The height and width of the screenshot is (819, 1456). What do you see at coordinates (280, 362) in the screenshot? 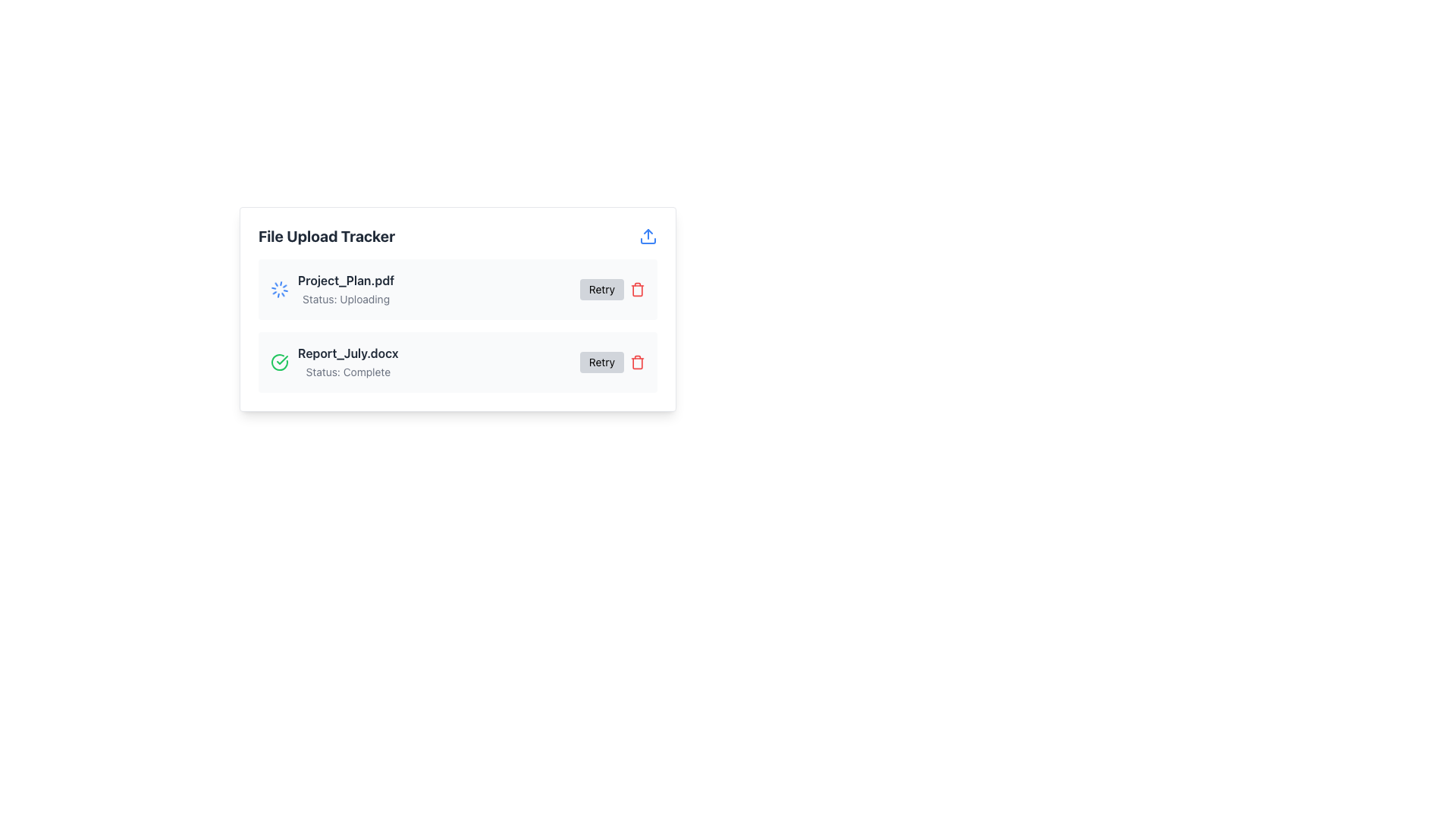
I see `the status indicator icon for the file 'Report_July.docx', which signifies that the file has been successfully uploaded and is located to the left of the text 'Report_July.docx Status: Complete'` at bounding box center [280, 362].